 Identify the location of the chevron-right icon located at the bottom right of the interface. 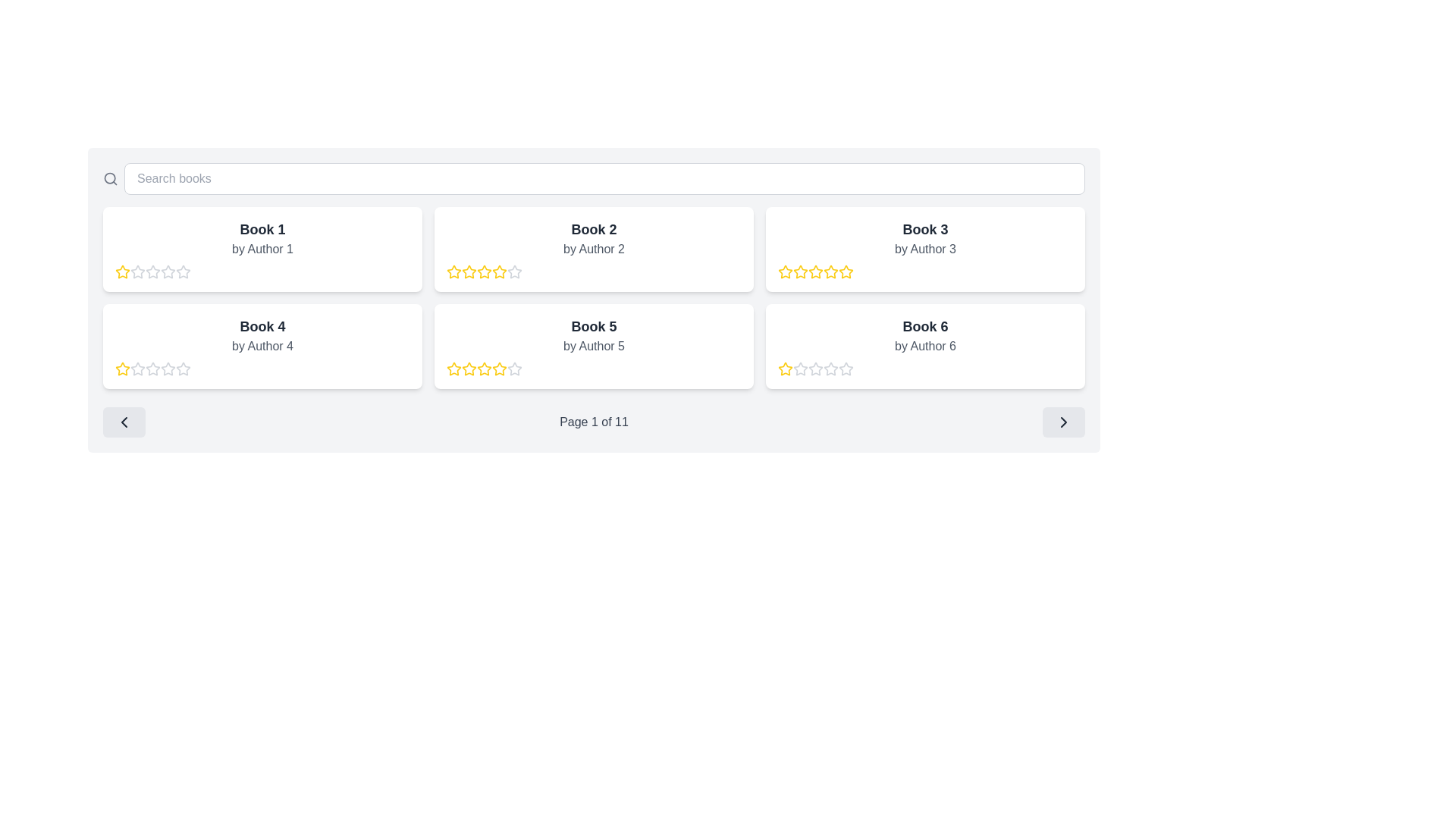
(1062, 422).